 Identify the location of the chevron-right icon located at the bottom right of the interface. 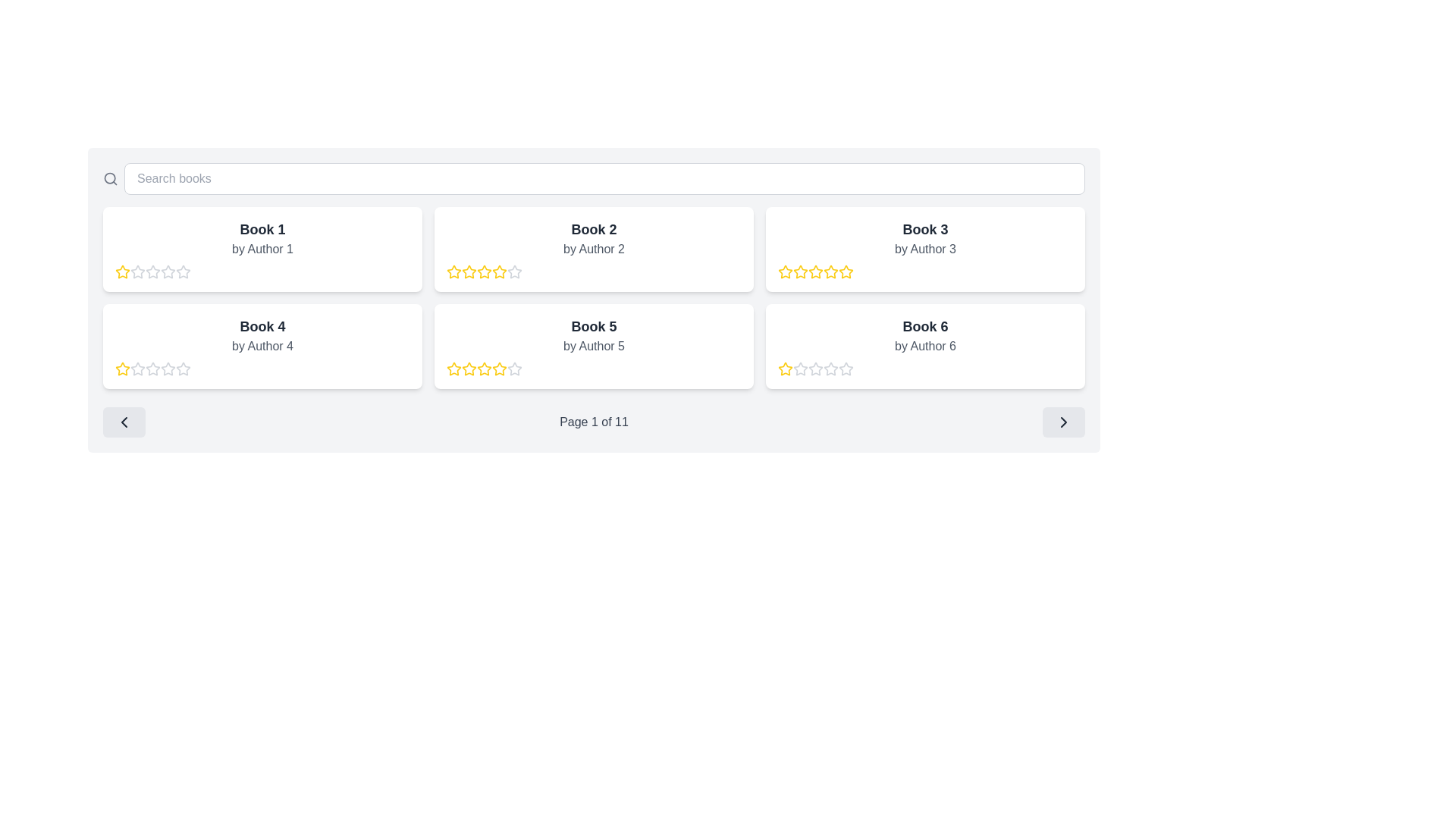
(1062, 422).